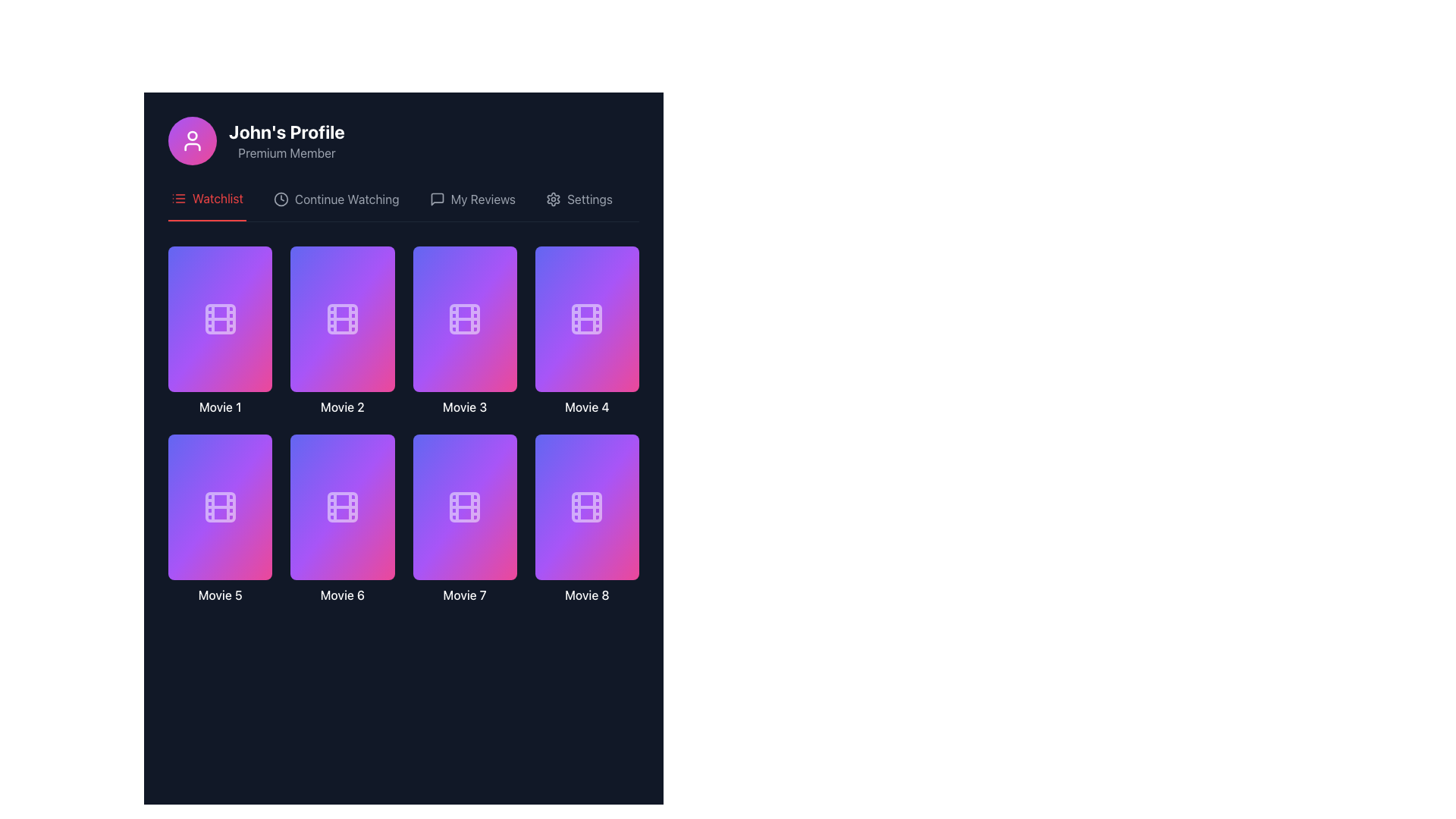  Describe the element at coordinates (465, 500) in the screenshot. I see `the triangle icon located within the 'Movie 7' tile` at that location.